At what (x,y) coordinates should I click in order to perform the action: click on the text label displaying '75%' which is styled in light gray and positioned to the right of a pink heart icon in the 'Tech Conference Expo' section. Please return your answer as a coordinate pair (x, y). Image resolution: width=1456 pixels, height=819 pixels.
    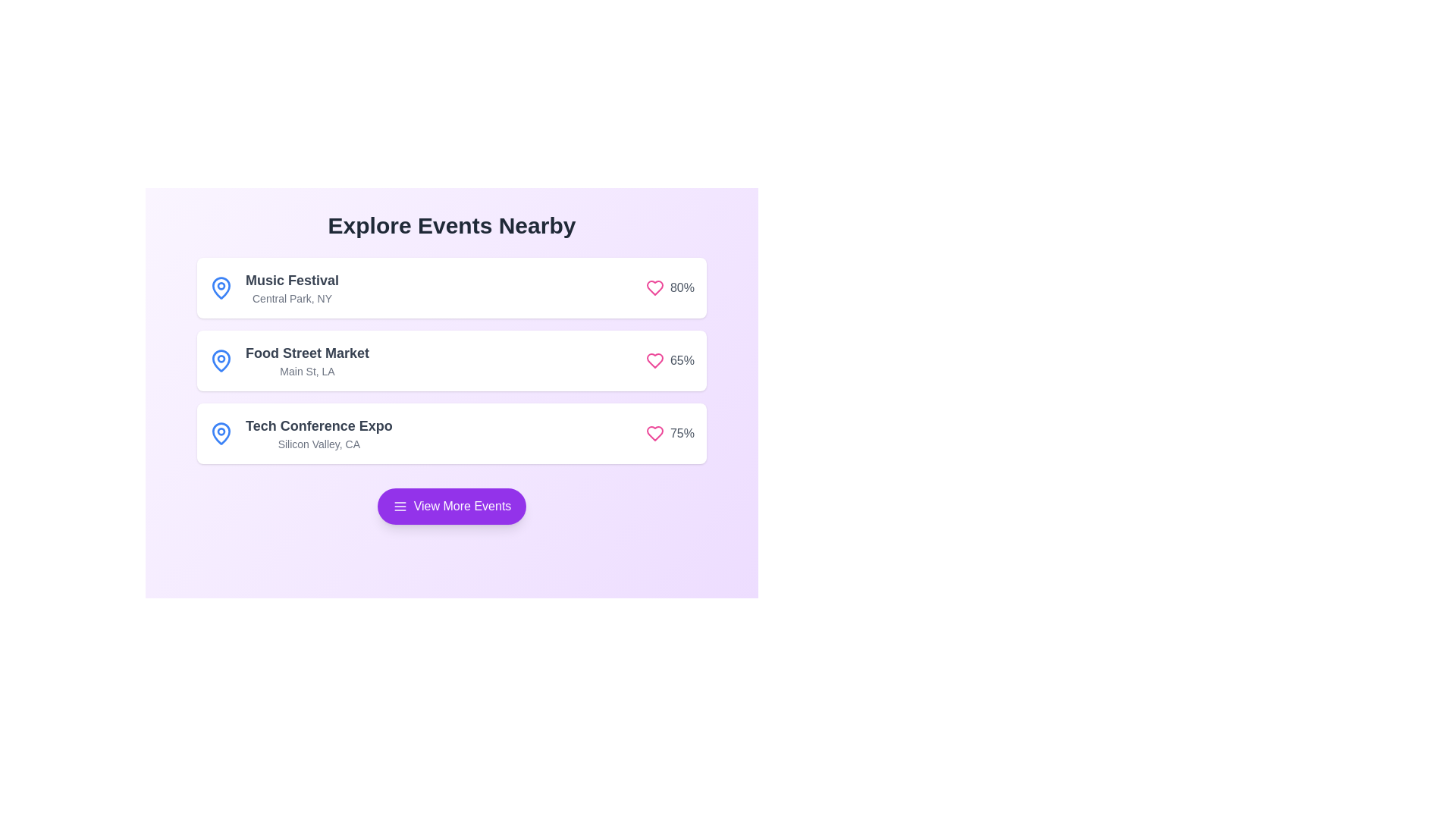
    Looking at the image, I should click on (681, 433).